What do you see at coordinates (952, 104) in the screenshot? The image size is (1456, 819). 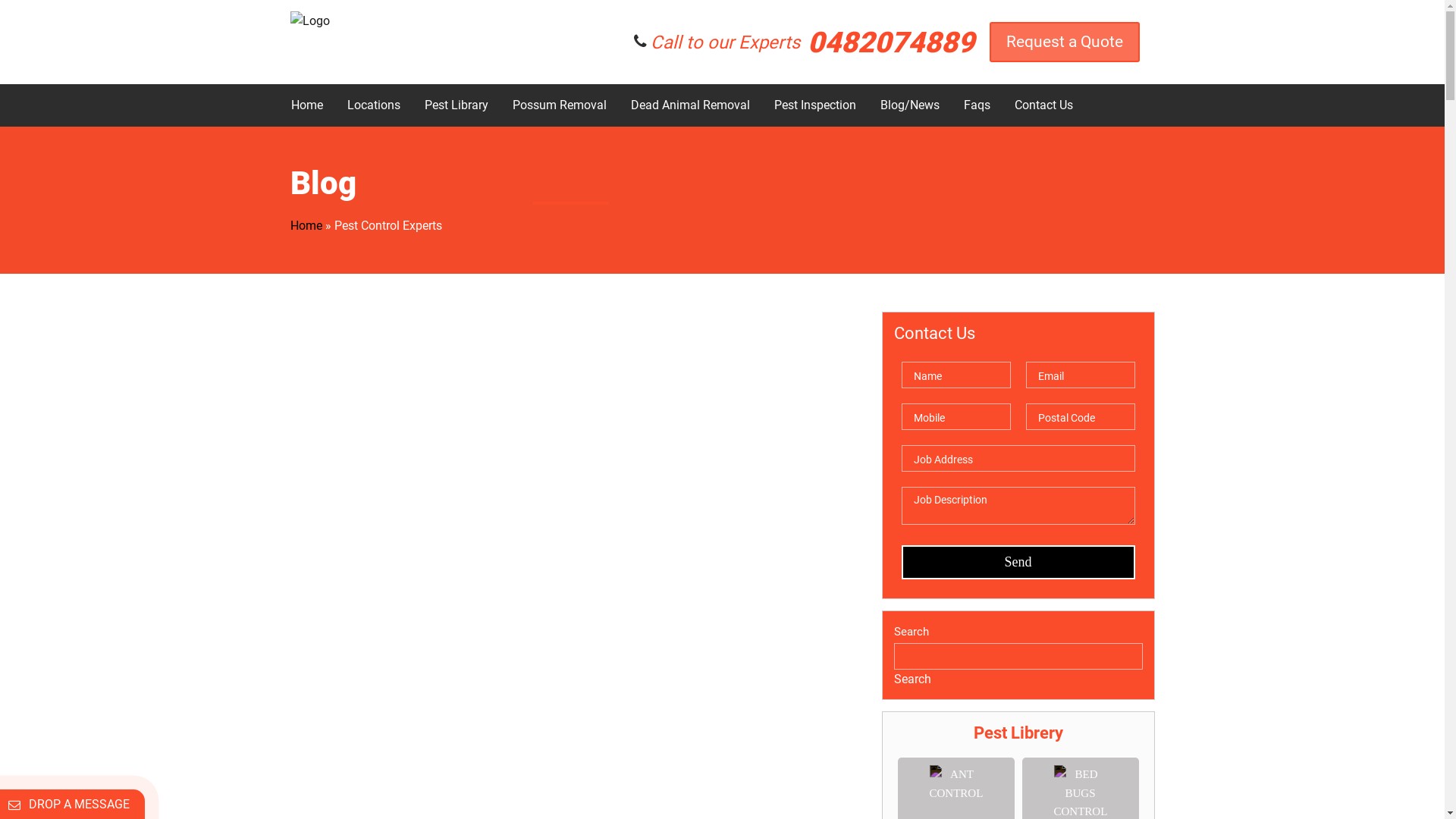 I see `'Faqs'` at bounding box center [952, 104].